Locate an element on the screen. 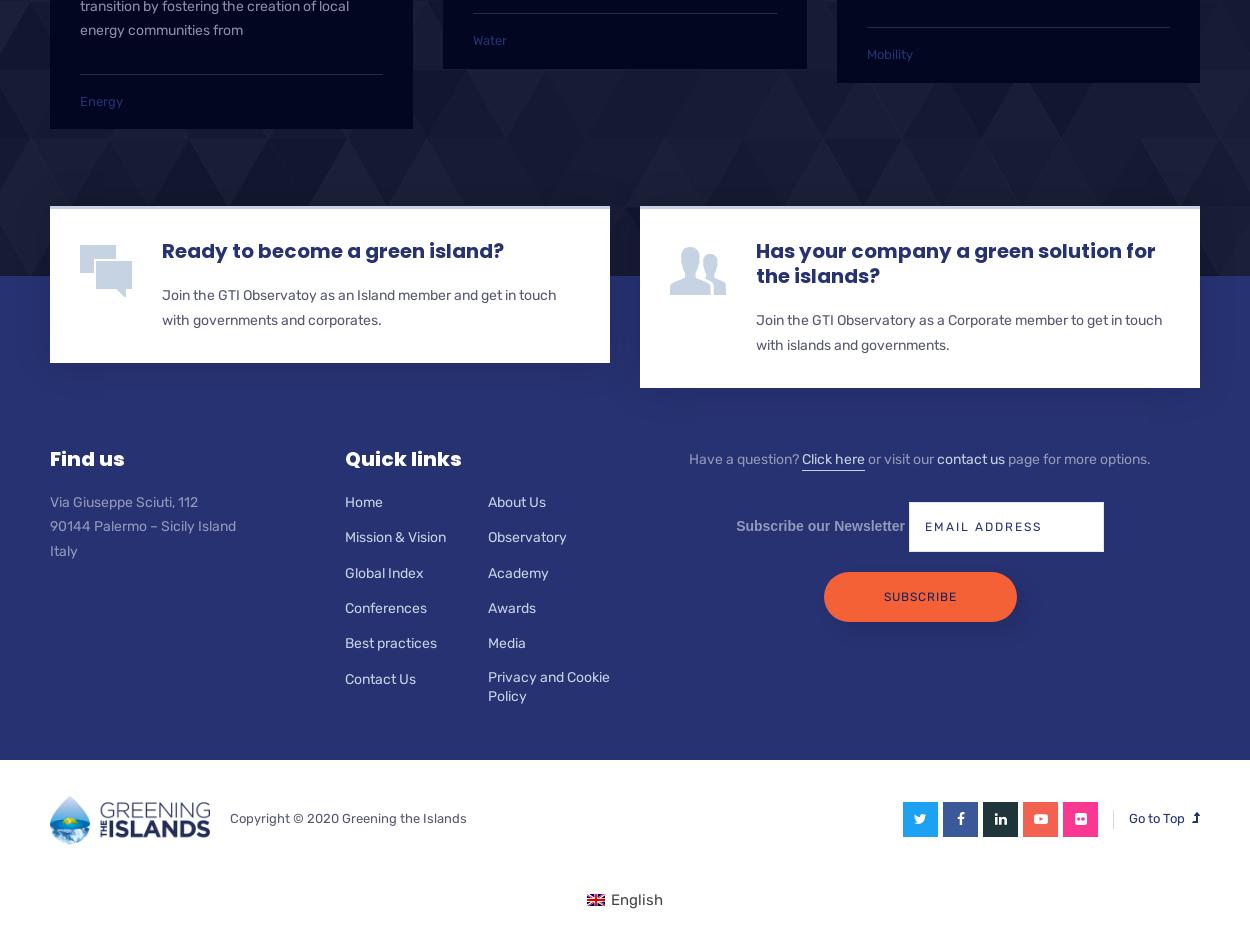 The image size is (1250, 950). 'contact us' is located at coordinates (970, 457).